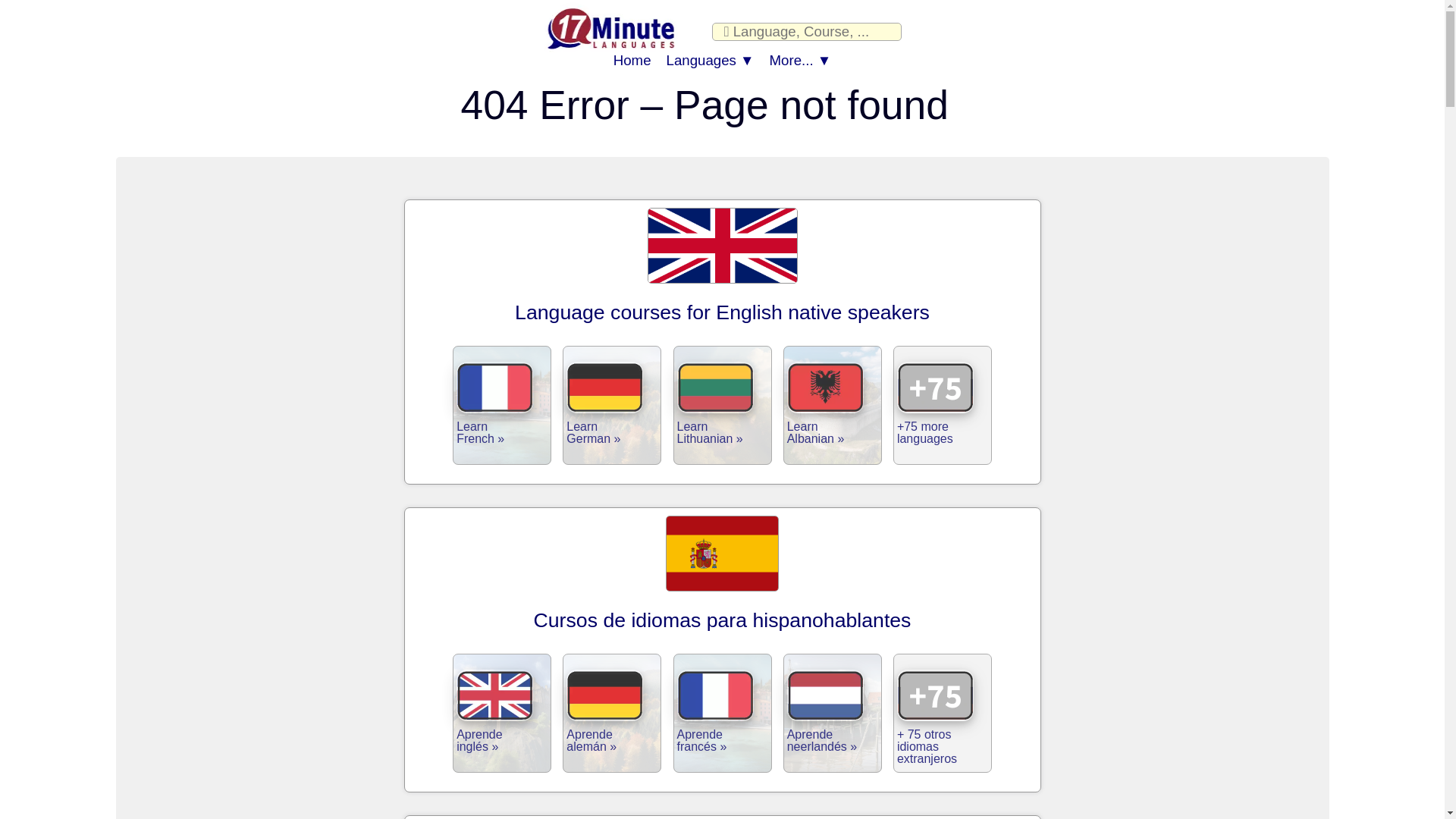  What do you see at coordinates (632, 60) in the screenshot?
I see `'Home'` at bounding box center [632, 60].